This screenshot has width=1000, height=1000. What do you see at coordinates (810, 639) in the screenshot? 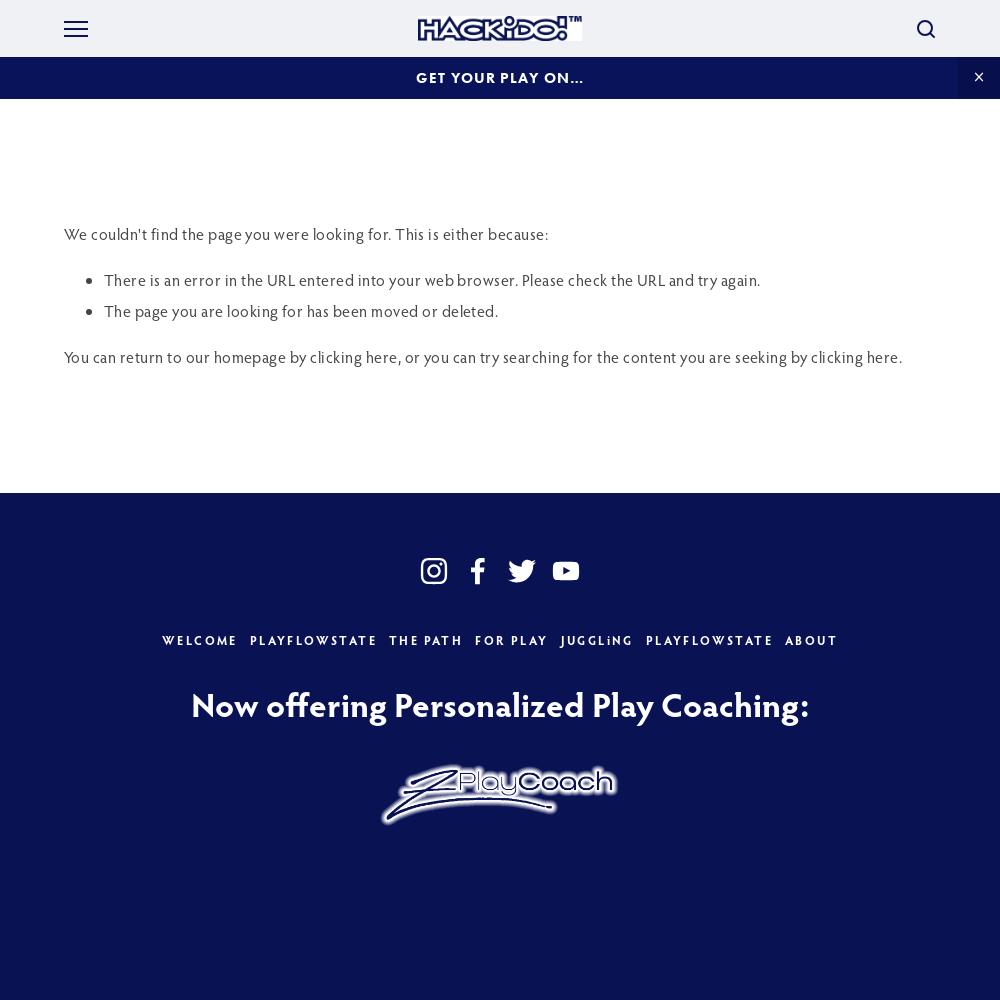
I see `'ABOUT'` at bounding box center [810, 639].